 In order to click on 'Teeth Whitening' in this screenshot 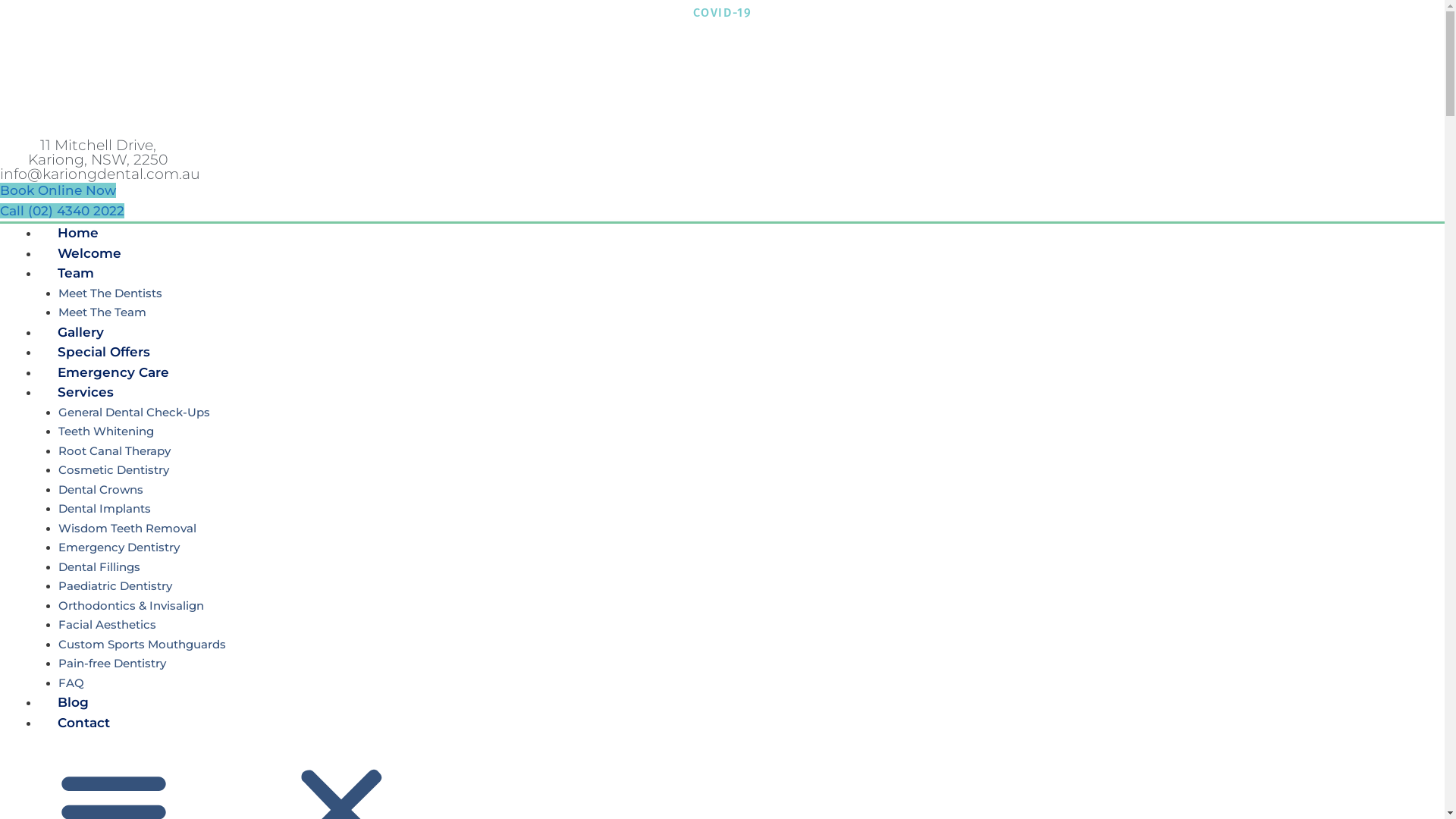, I will do `click(105, 431)`.